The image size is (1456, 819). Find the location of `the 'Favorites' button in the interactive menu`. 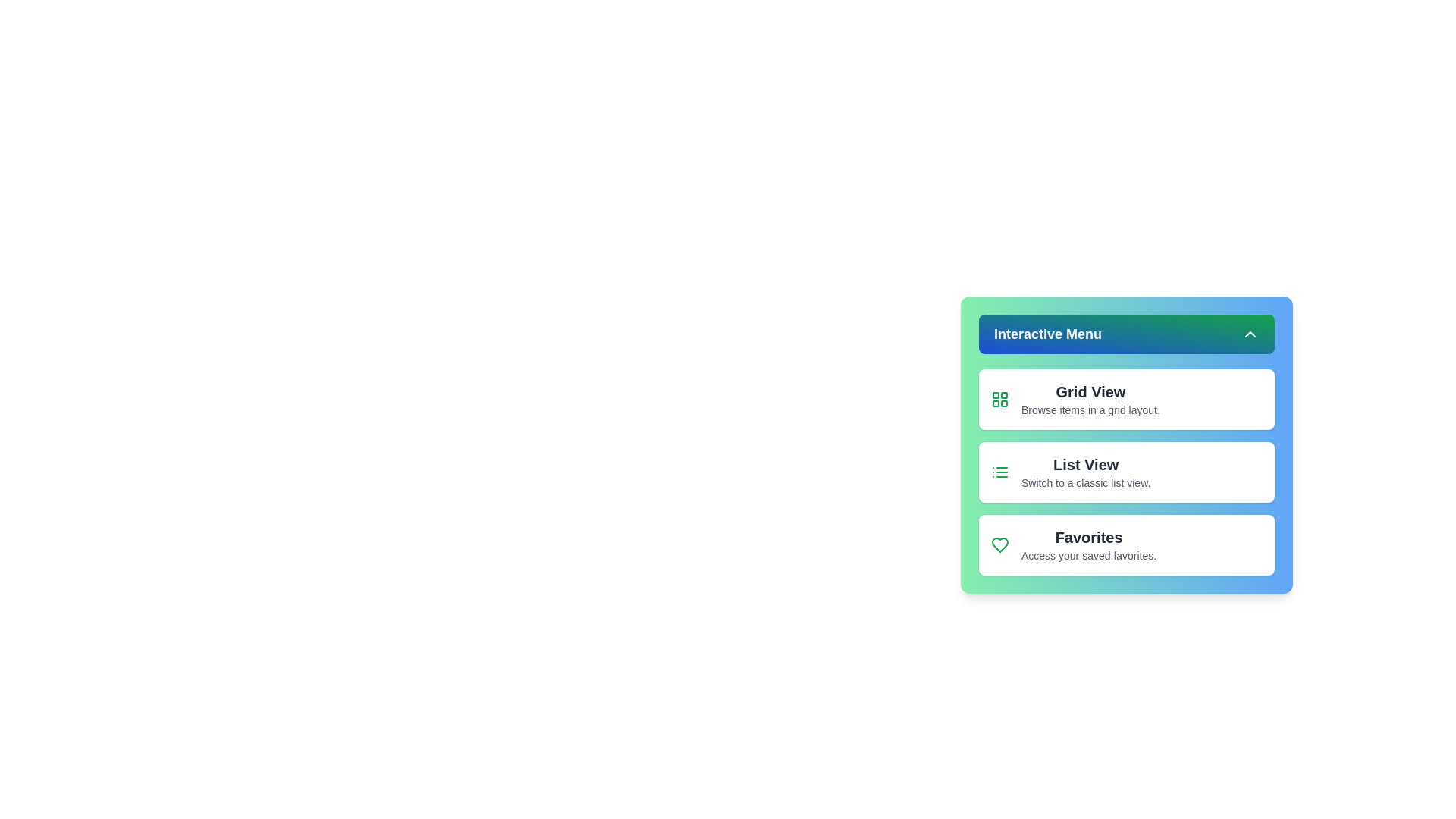

the 'Favorites' button in the interactive menu is located at coordinates (1127, 544).